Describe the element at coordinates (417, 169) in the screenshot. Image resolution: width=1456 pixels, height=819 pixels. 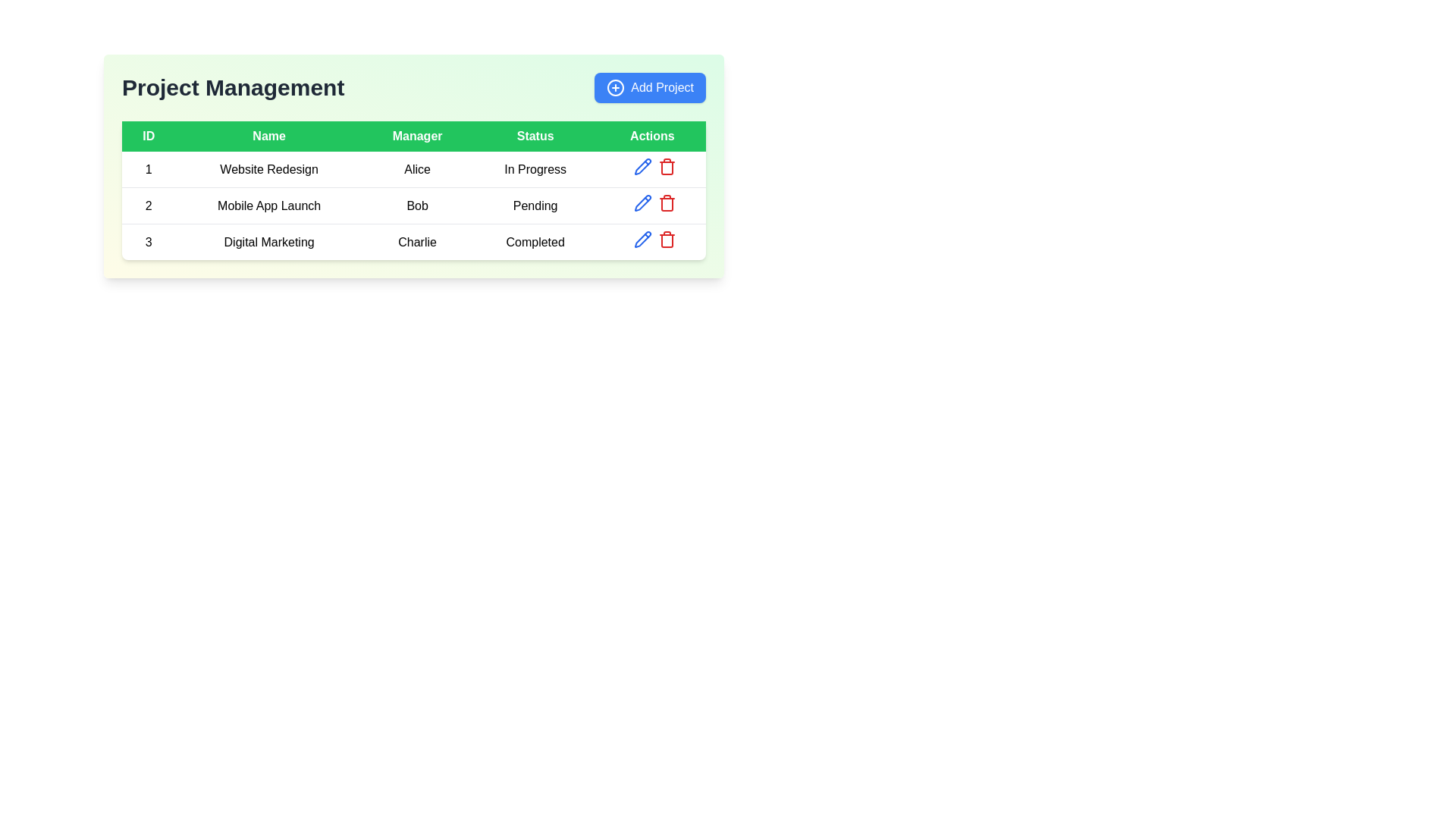
I see `the text label indicating the manager` at that location.